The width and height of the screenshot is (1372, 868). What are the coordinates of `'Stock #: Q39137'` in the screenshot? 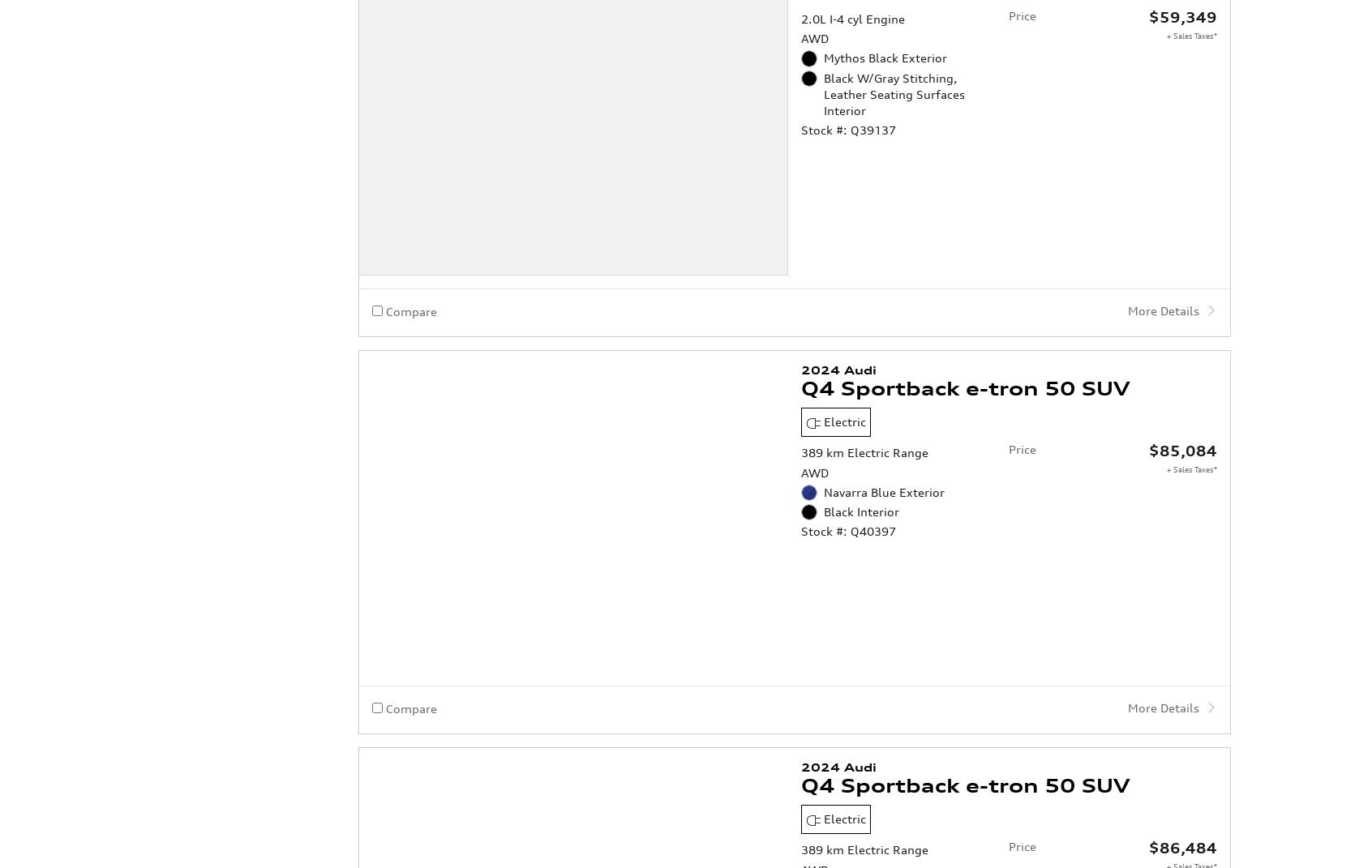 It's located at (847, 65).